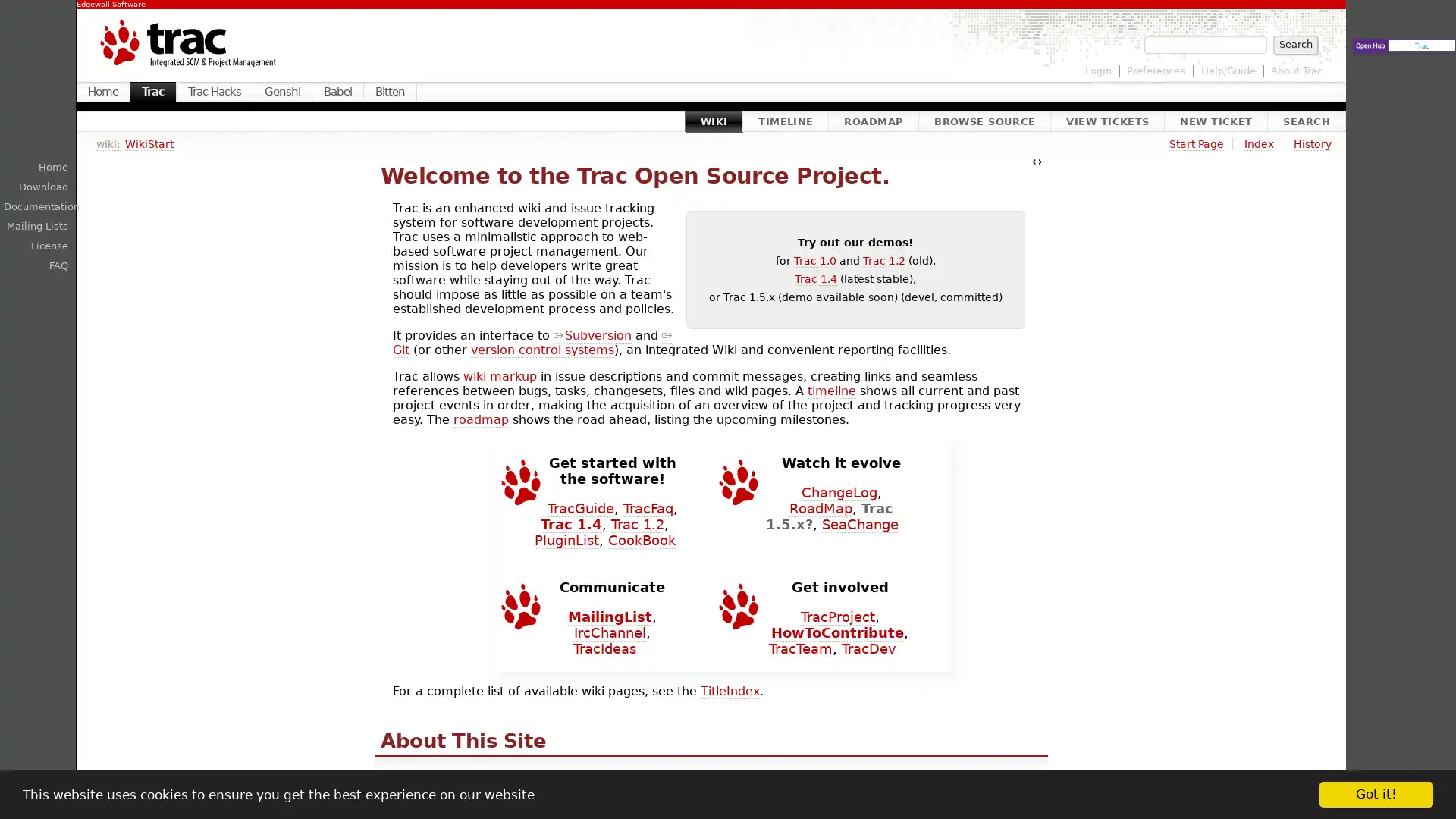 This screenshot has width=1456, height=819. What do you see at coordinates (1294, 43) in the screenshot?
I see `Search` at bounding box center [1294, 43].